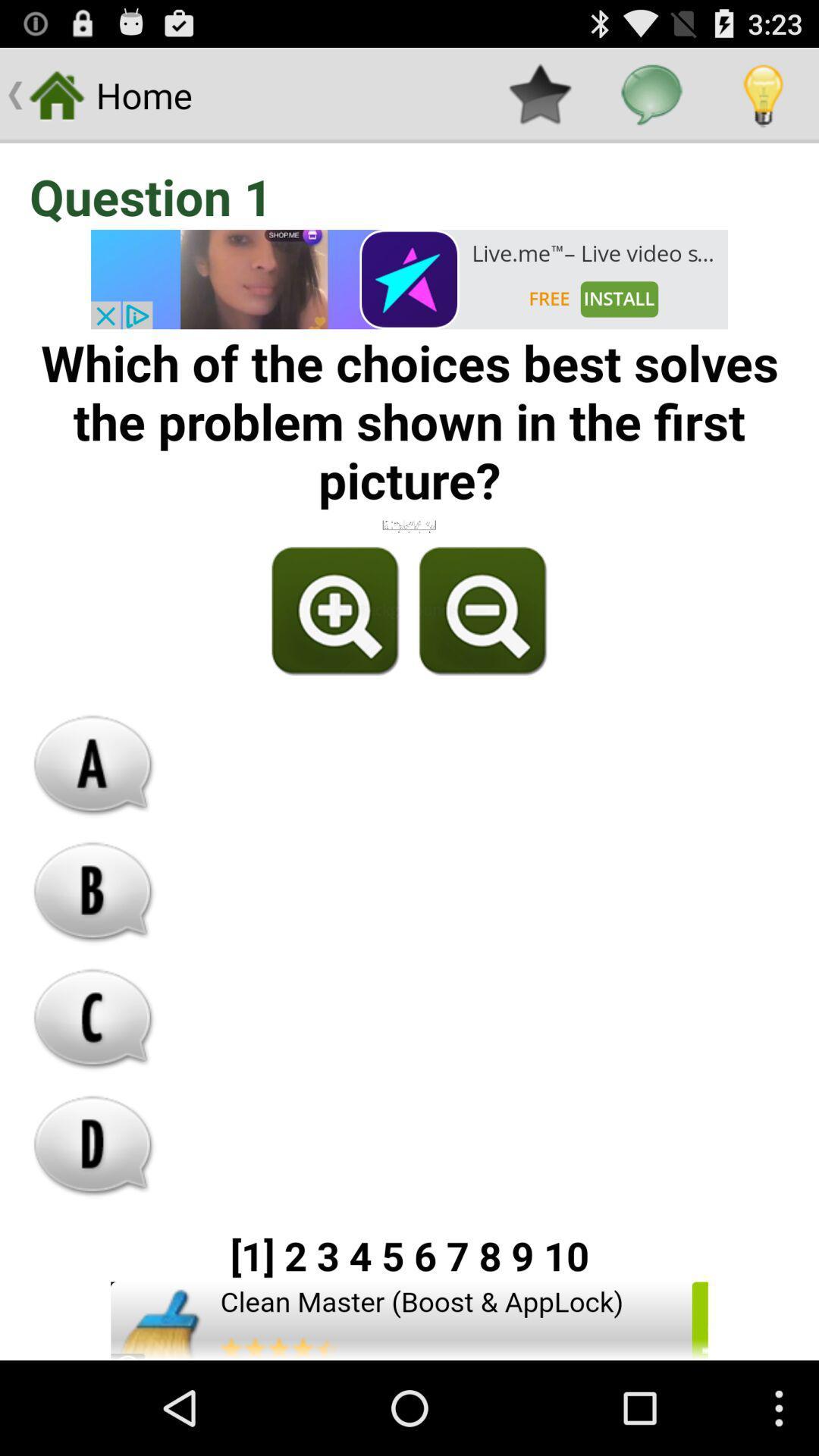 This screenshot has height=1456, width=819. I want to click on the yellow colored icon at the top right corner, so click(763, 94).